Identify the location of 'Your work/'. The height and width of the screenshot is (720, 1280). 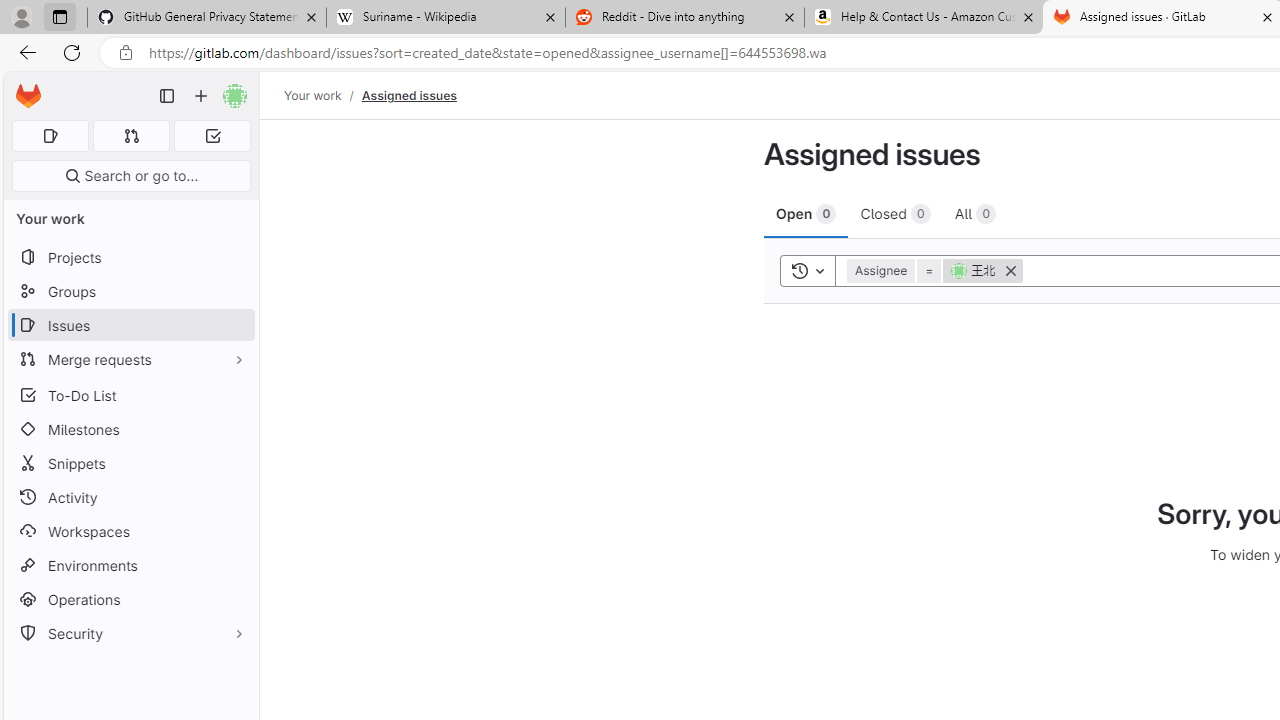
(323, 95).